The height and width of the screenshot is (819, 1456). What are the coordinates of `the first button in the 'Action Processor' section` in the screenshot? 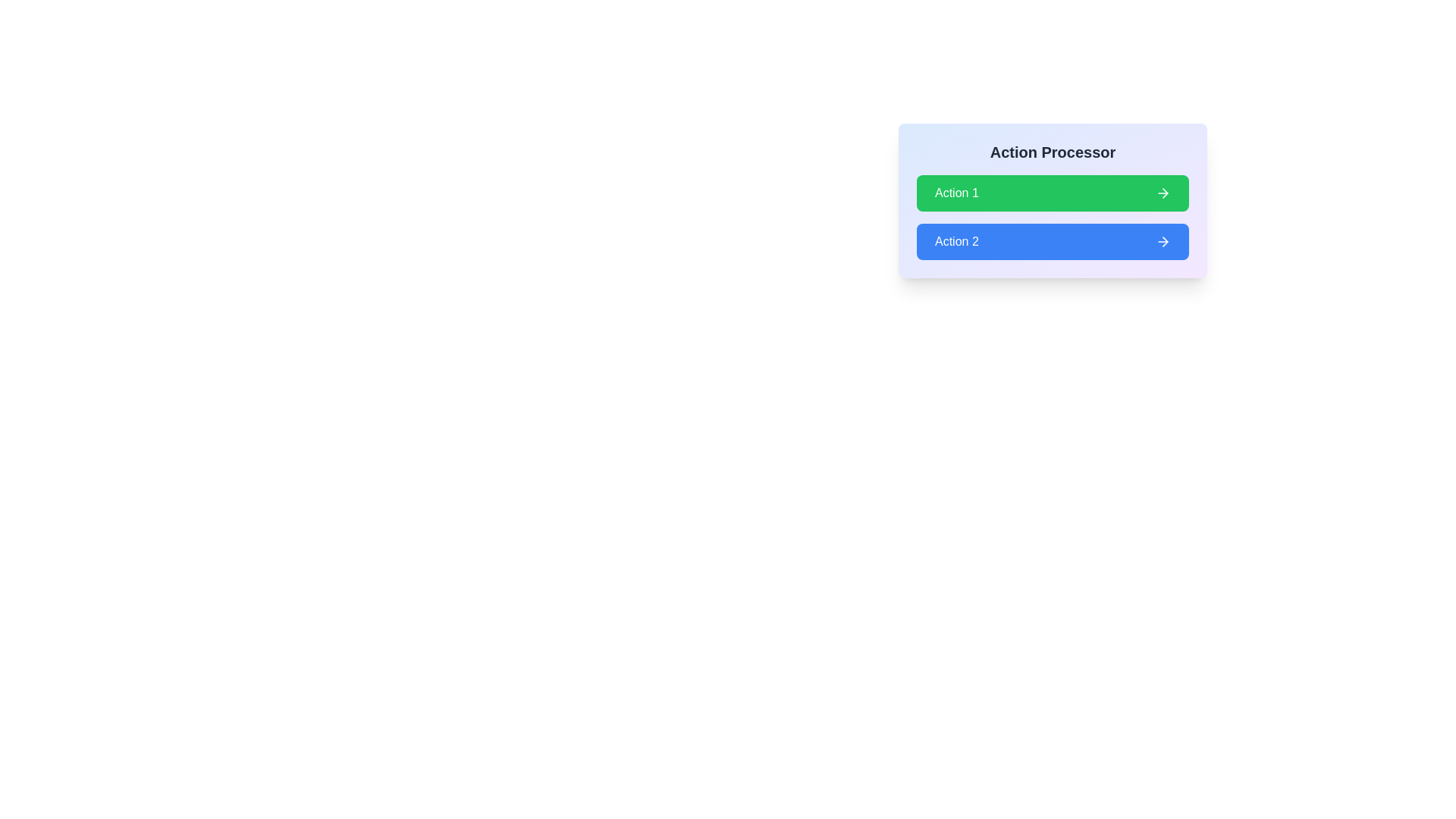 It's located at (1052, 200).